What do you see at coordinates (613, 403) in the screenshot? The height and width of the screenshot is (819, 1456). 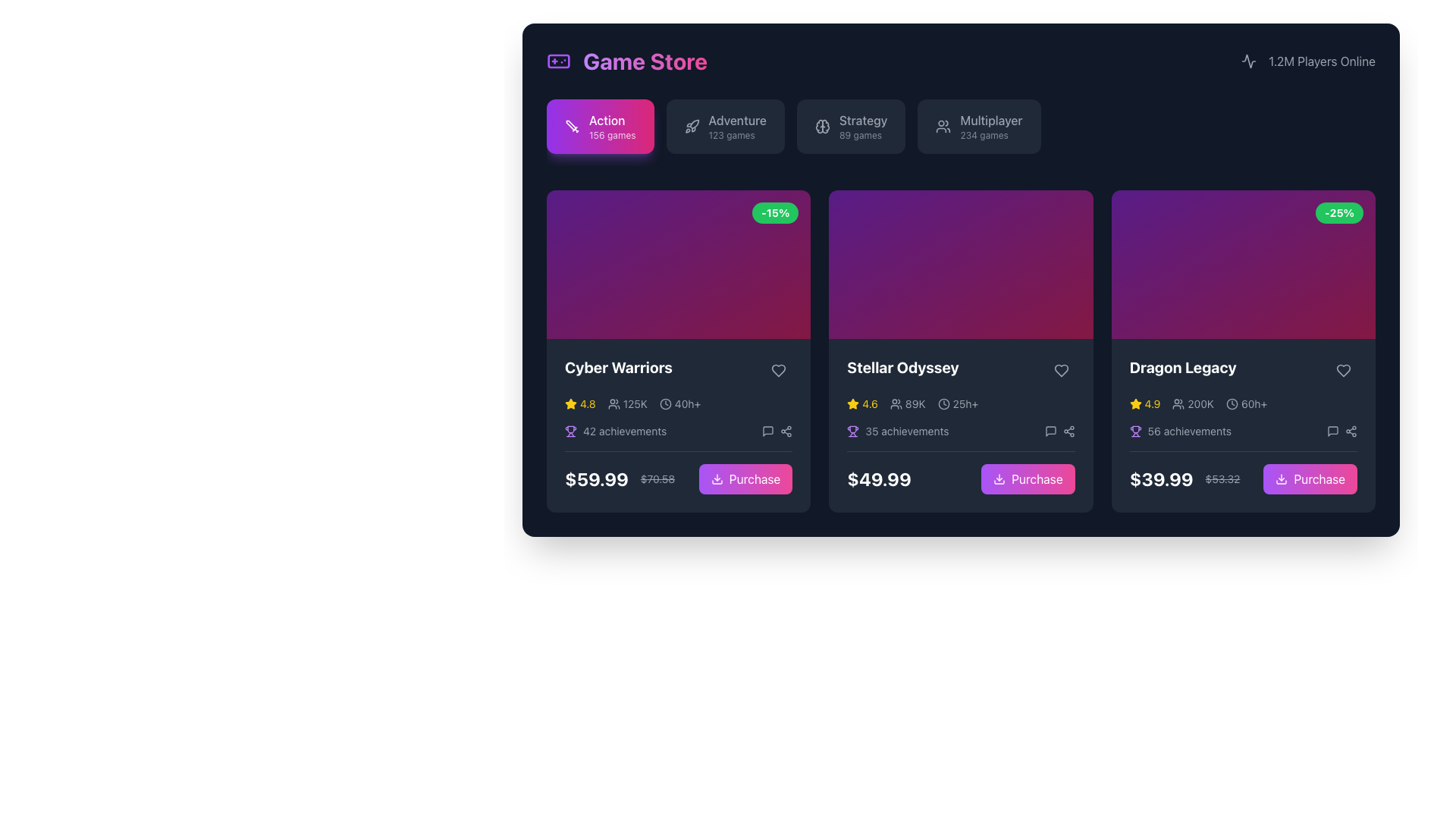 I see `the visual representation of the user group icon located beside the text '125K' in the bottom section of the 'Cyber Warriors' card` at bounding box center [613, 403].